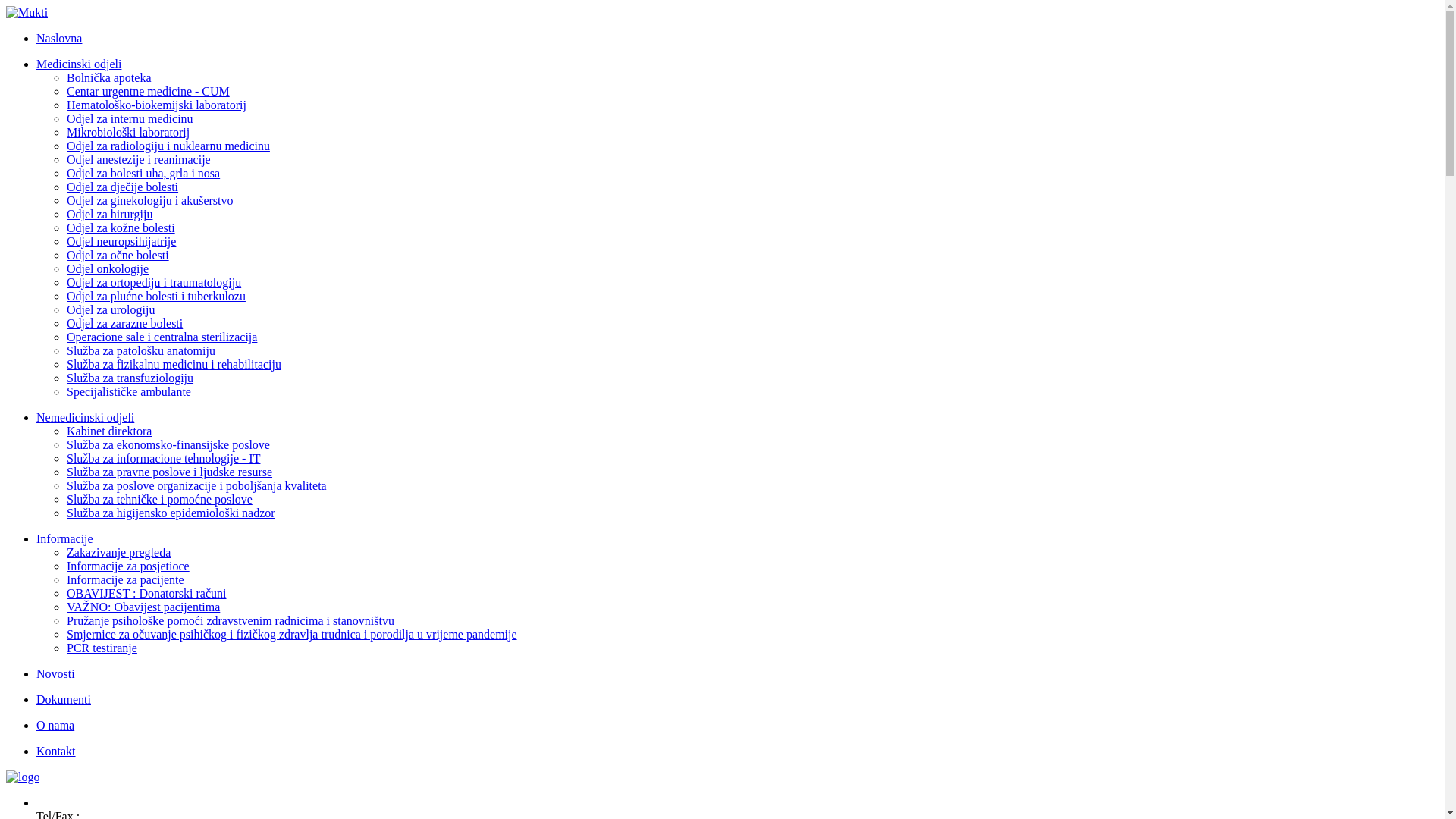 The width and height of the screenshot is (1456, 819). What do you see at coordinates (162, 336) in the screenshot?
I see `'Operacione sale i centralna sterilizacija'` at bounding box center [162, 336].